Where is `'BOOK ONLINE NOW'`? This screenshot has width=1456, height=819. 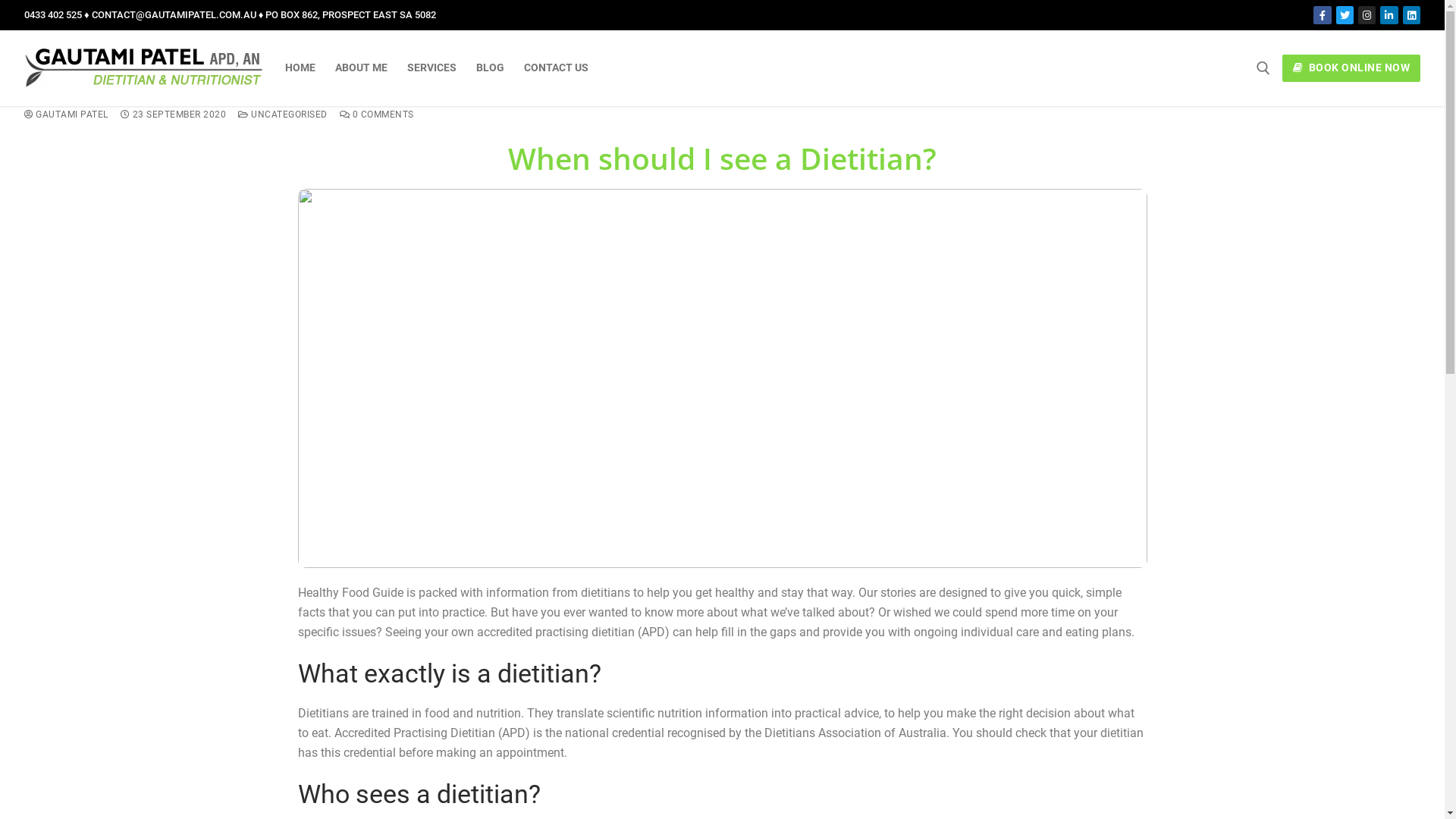 'BOOK ONLINE NOW' is located at coordinates (1281, 68).